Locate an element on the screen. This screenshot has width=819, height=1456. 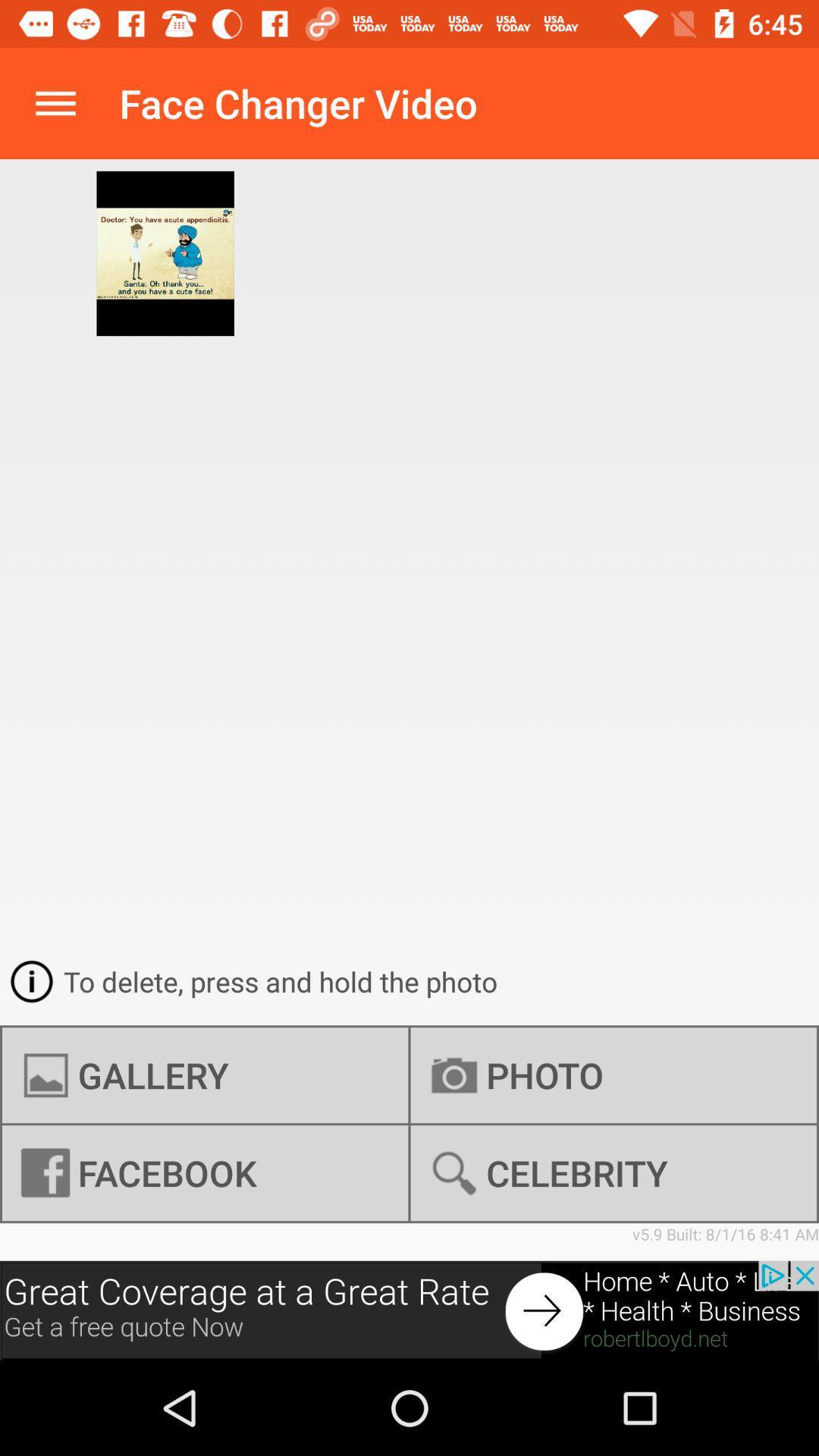
open menu is located at coordinates (55, 102).